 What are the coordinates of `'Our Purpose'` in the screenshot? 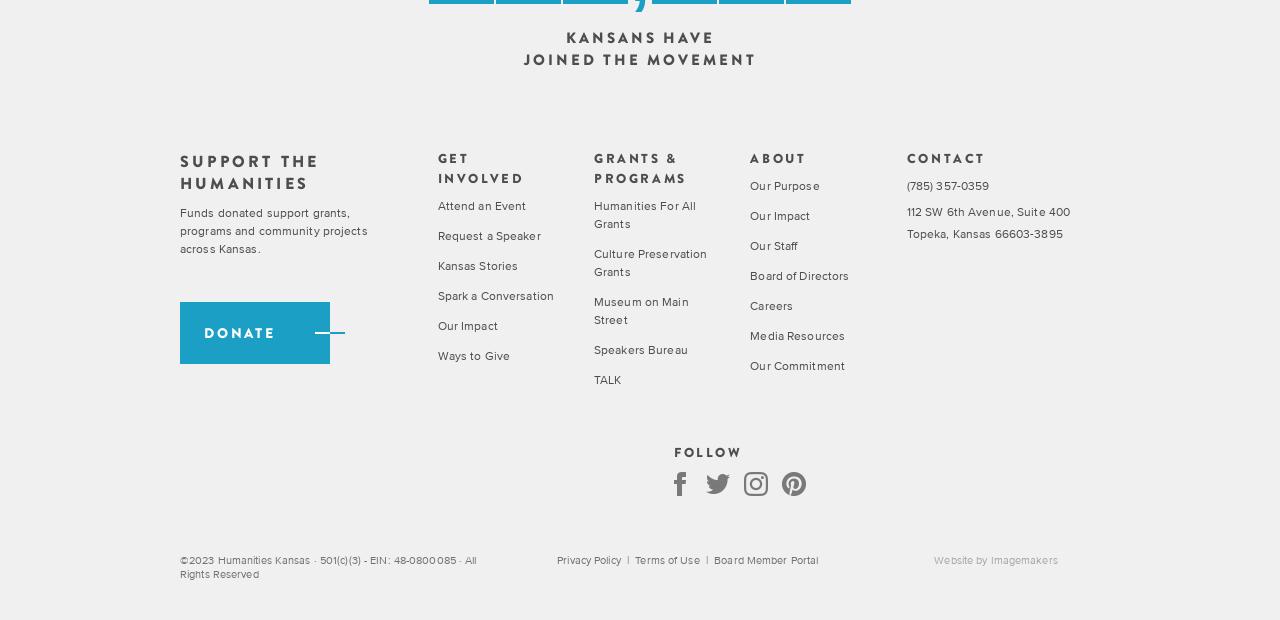 It's located at (783, 184).